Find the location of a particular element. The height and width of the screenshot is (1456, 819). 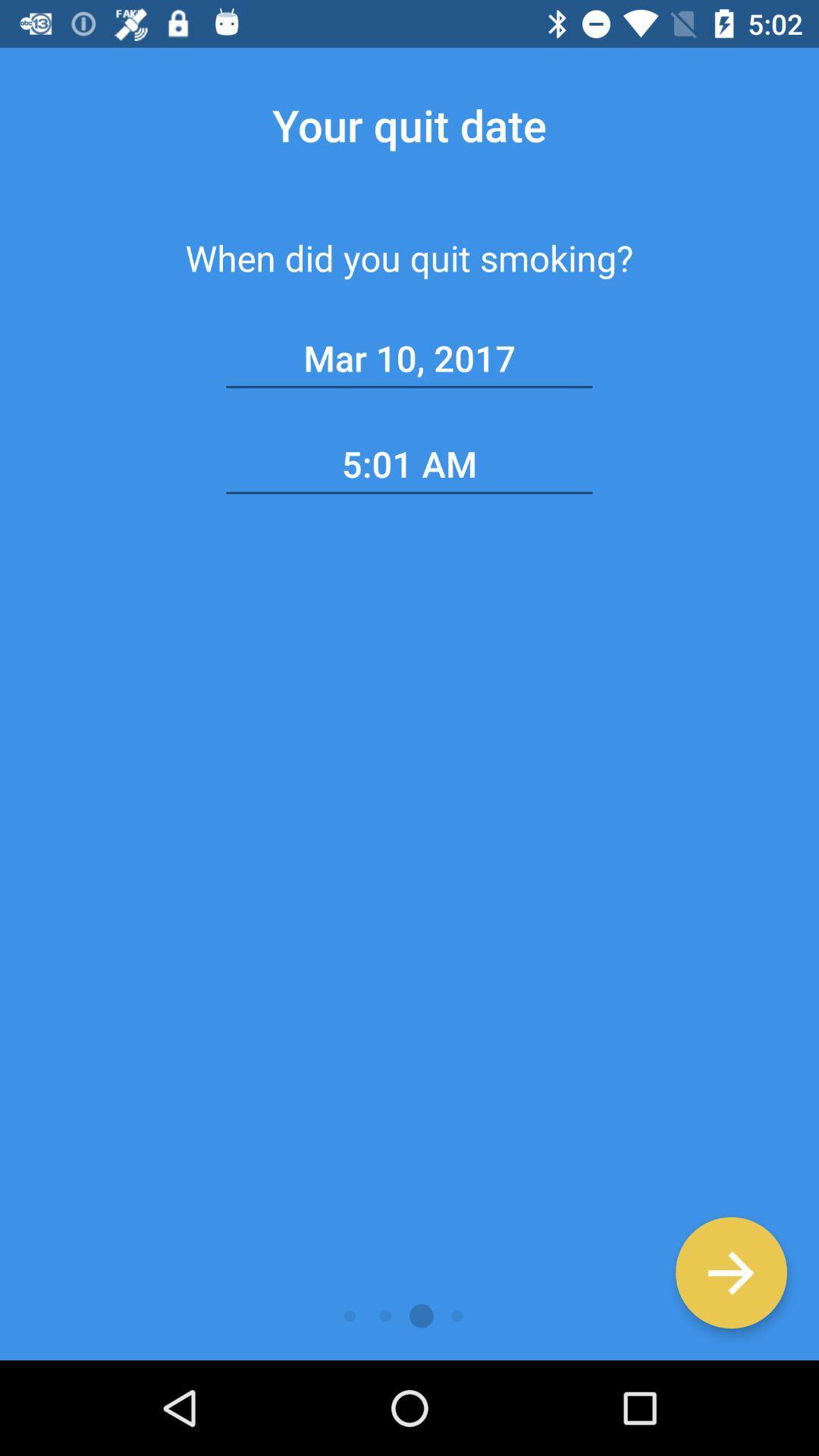

5:01 am item is located at coordinates (409, 463).